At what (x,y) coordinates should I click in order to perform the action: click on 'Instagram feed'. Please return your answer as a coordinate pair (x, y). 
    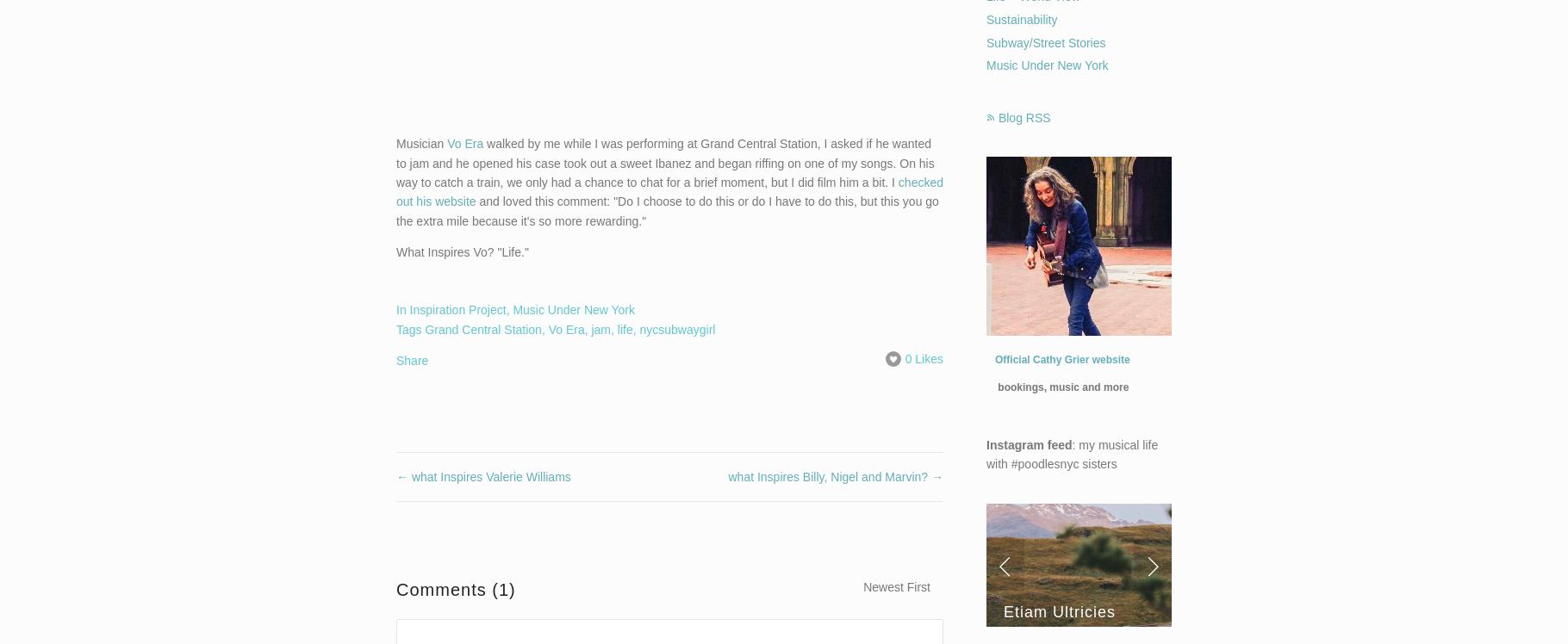
    Looking at the image, I should click on (1029, 443).